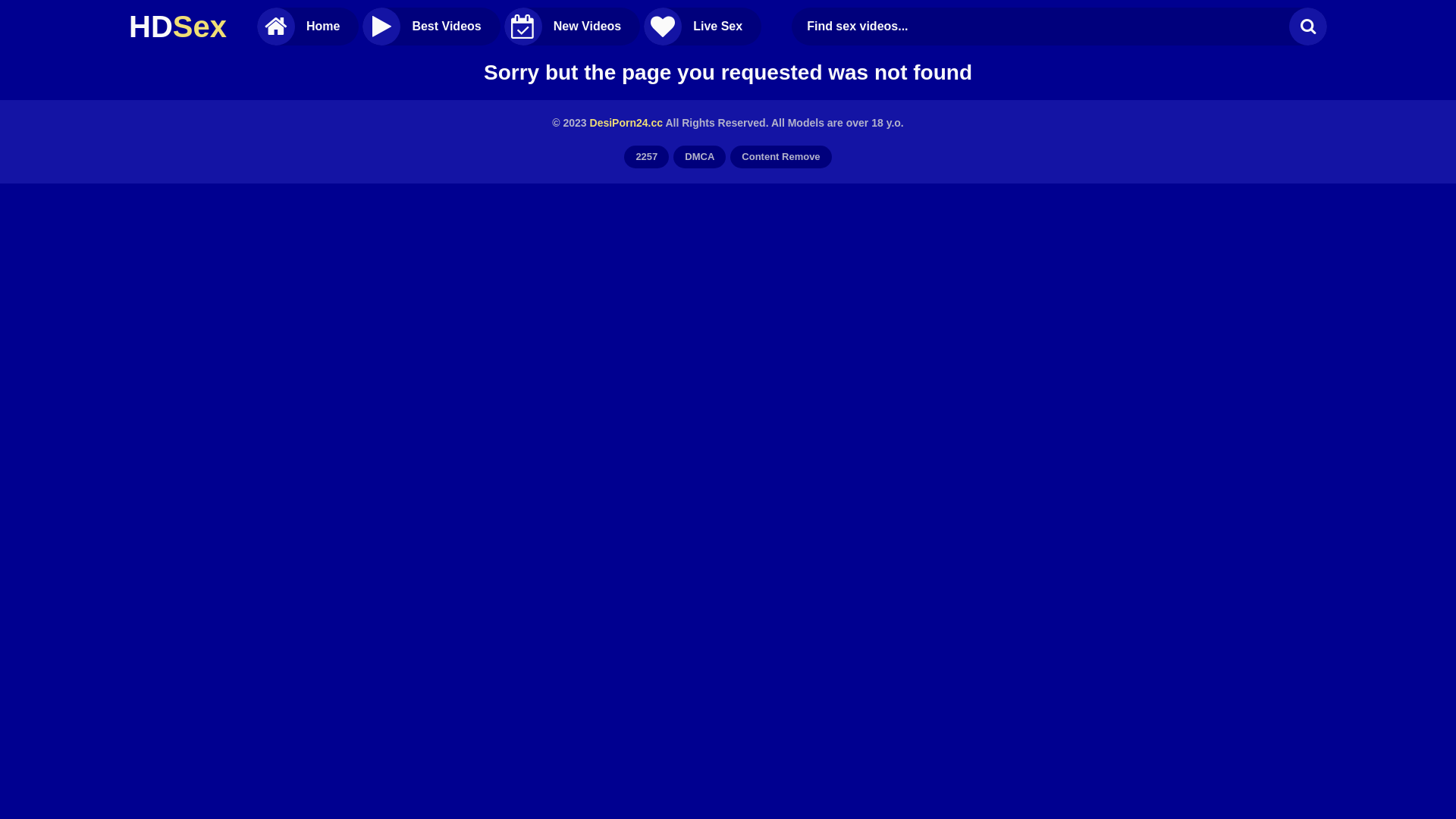 The height and width of the screenshot is (819, 1456). Describe the element at coordinates (780, 157) in the screenshot. I see `'Content Remove'` at that location.